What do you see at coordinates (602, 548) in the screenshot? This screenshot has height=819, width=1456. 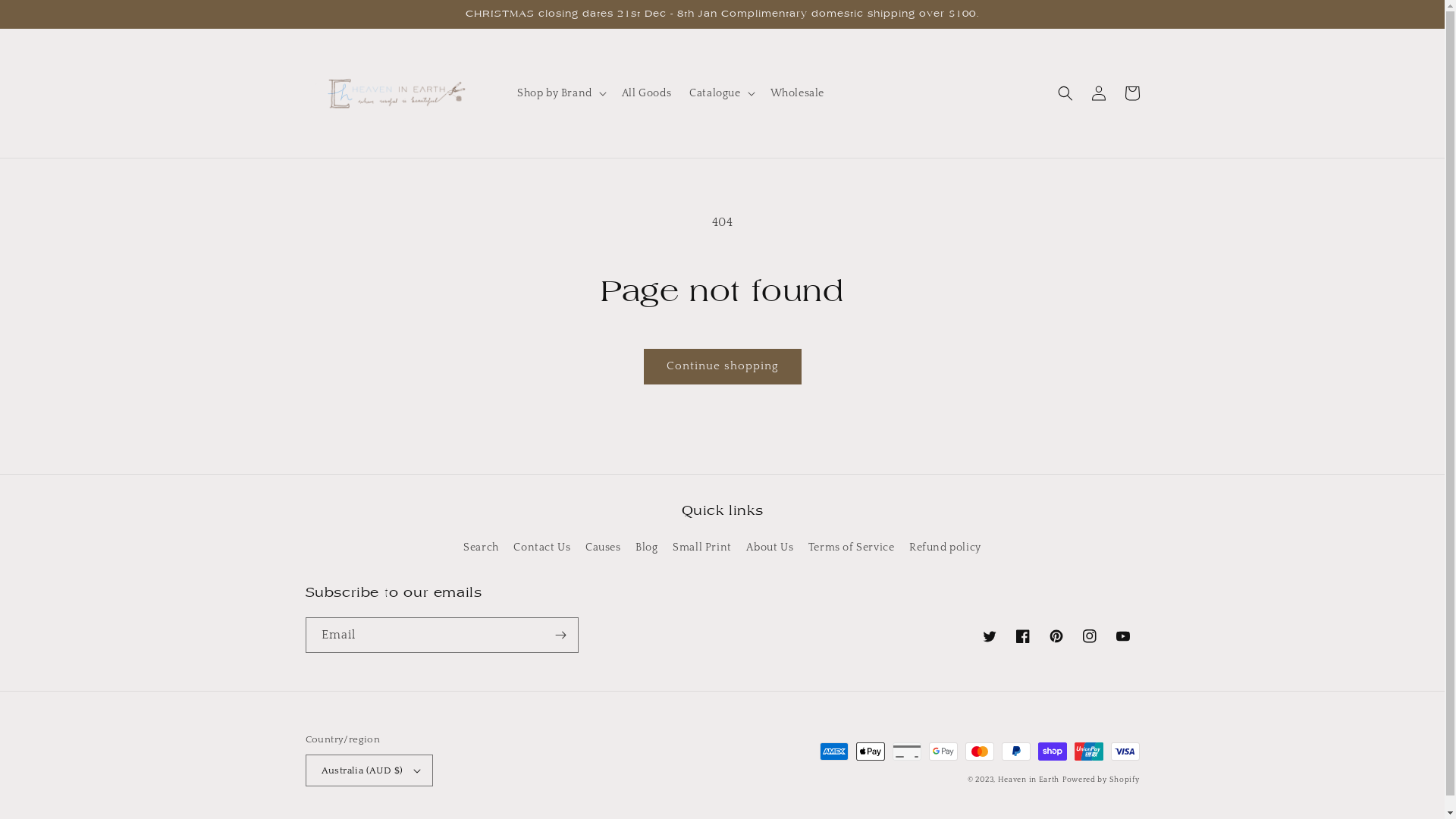 I see `'Causes'` at bounding box center [602, 548].